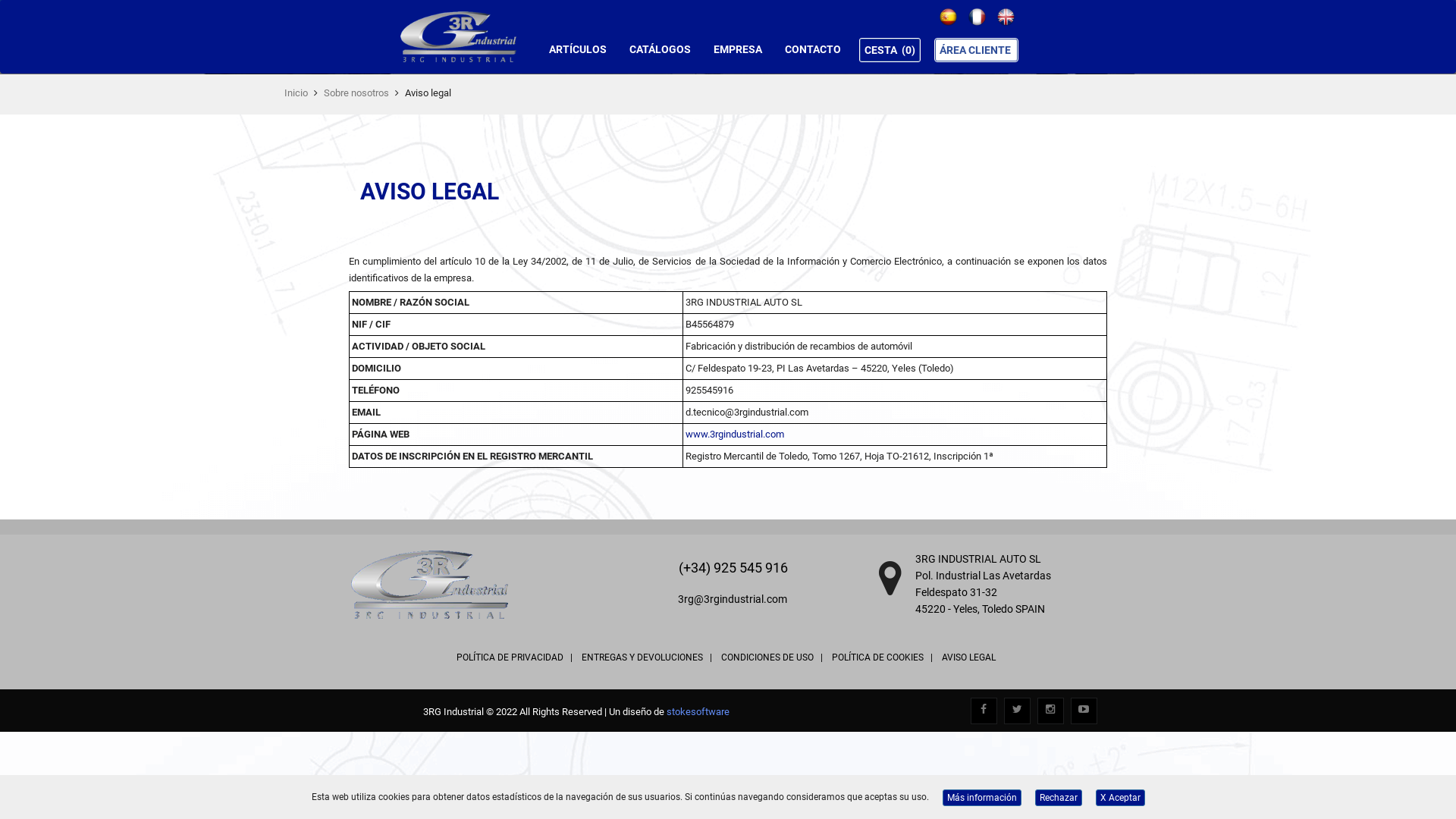 The width and height of the screenshot is (1456, 819). I want to click on 'CONTACTO', so click(811, 49).